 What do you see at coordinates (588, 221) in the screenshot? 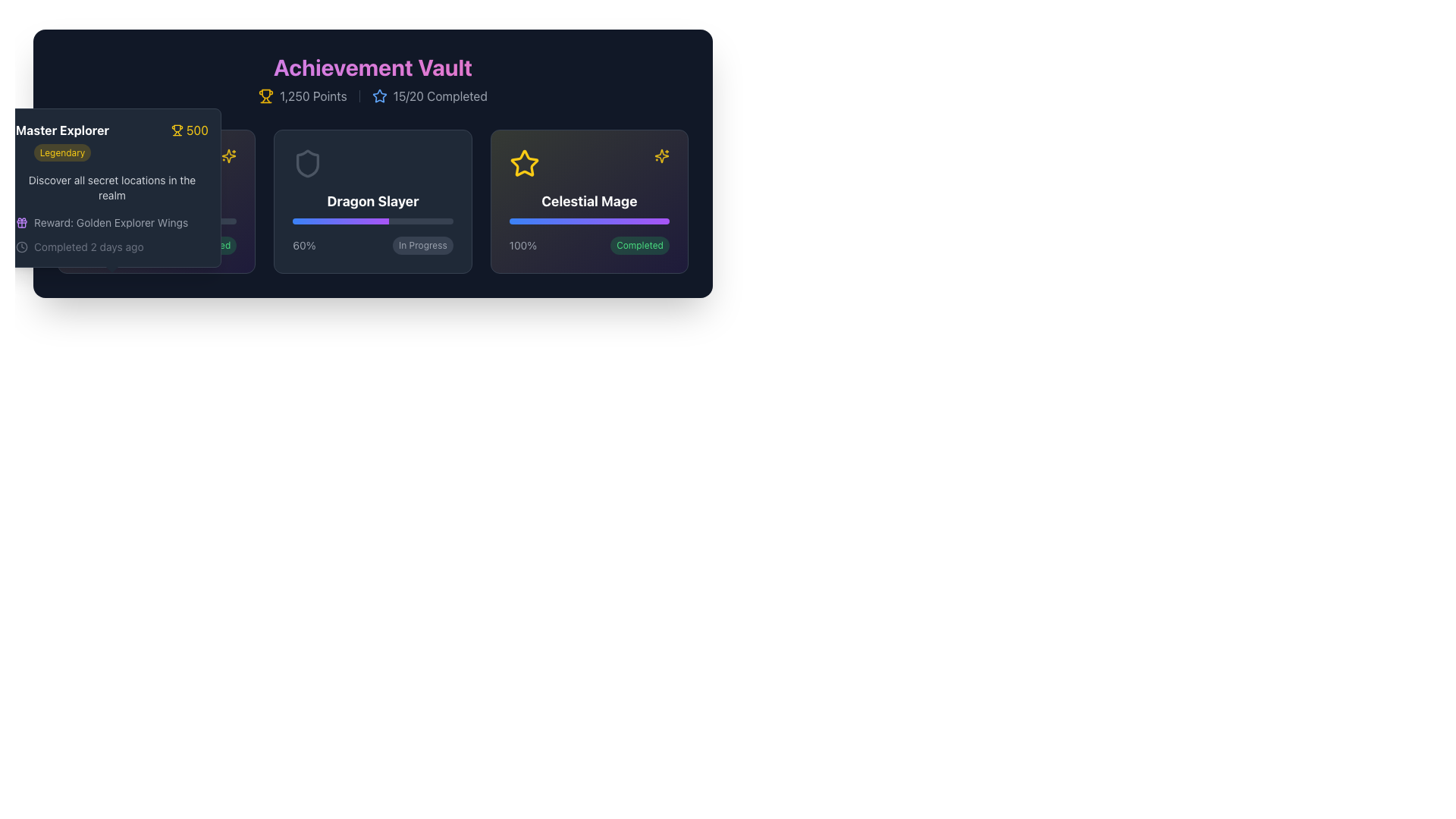
I see `the thin rectangular progress bar with rounded edges, which has a gradient background transitioning from blue to purple, located below the title 'Celestial Mage' and above the percentage label '100%' and the status badge 'Completed'` at bounding box center [588, 221].